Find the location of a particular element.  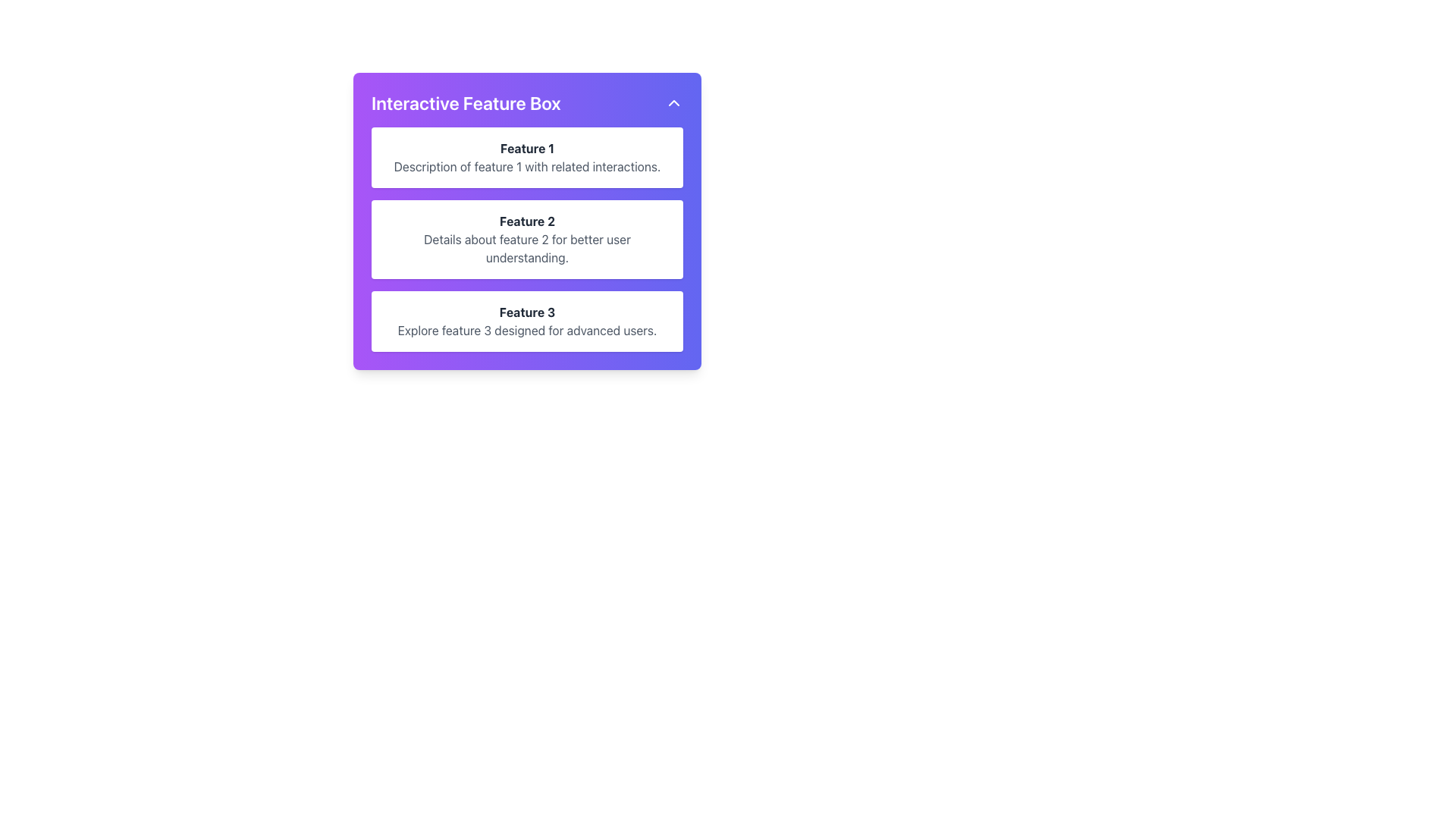

the primary title in the third feature card, which serves as a description for the accompanying content is located at coordinates (527, 312).